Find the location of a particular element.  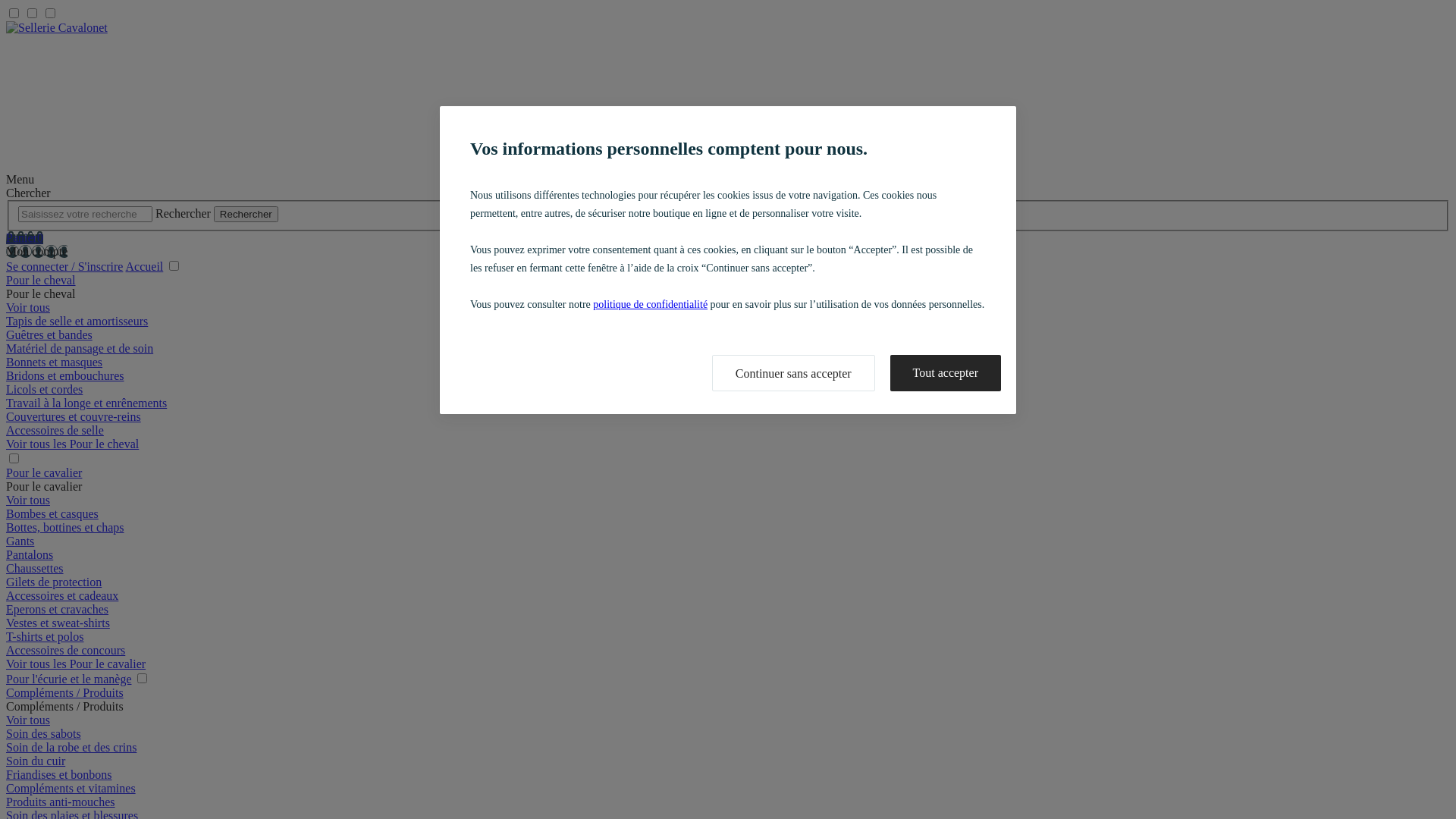

'Vestes et sweat-shirts' is located at coordinates (58, 623).